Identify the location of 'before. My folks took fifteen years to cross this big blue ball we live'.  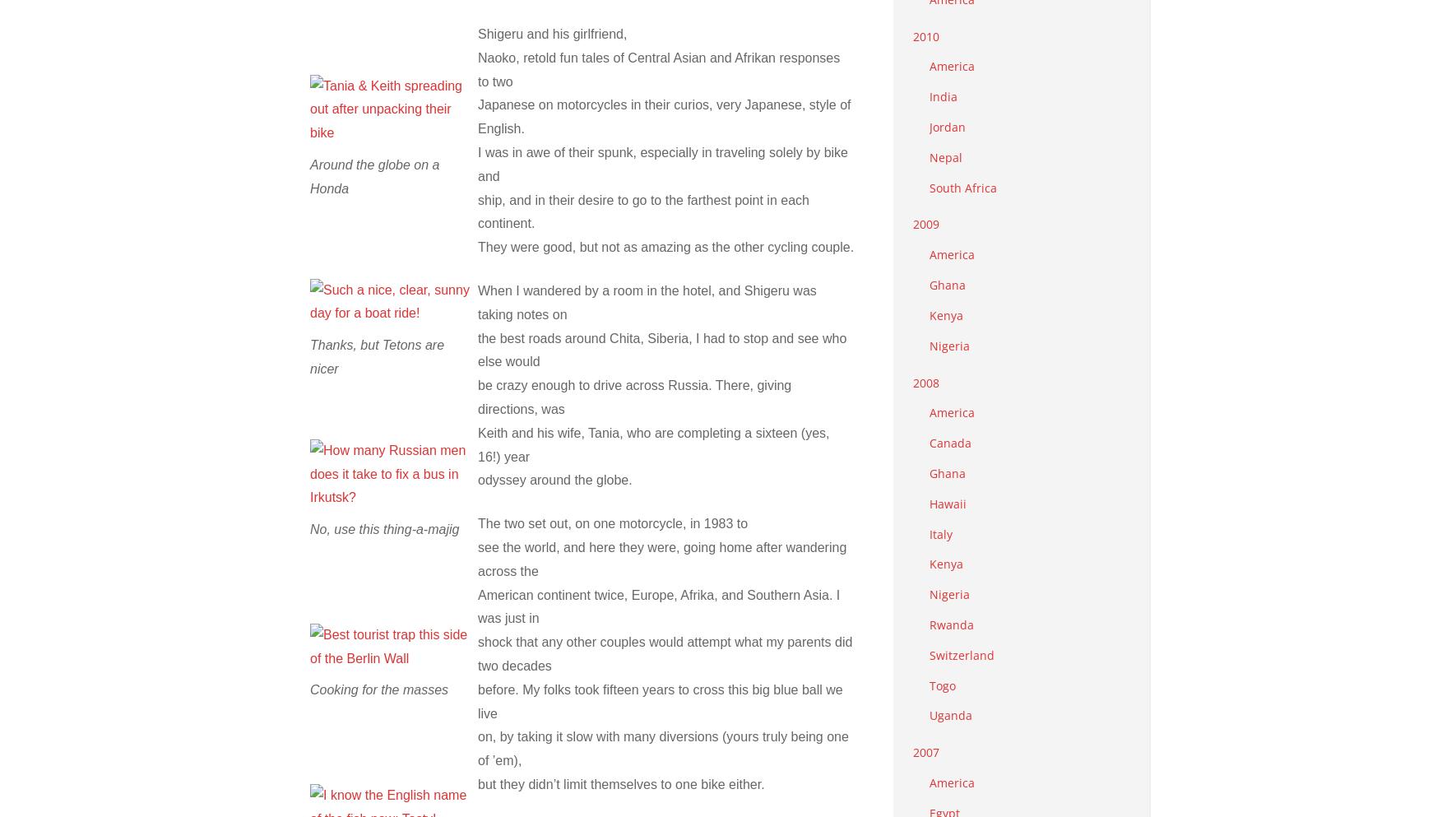
(660, 699).